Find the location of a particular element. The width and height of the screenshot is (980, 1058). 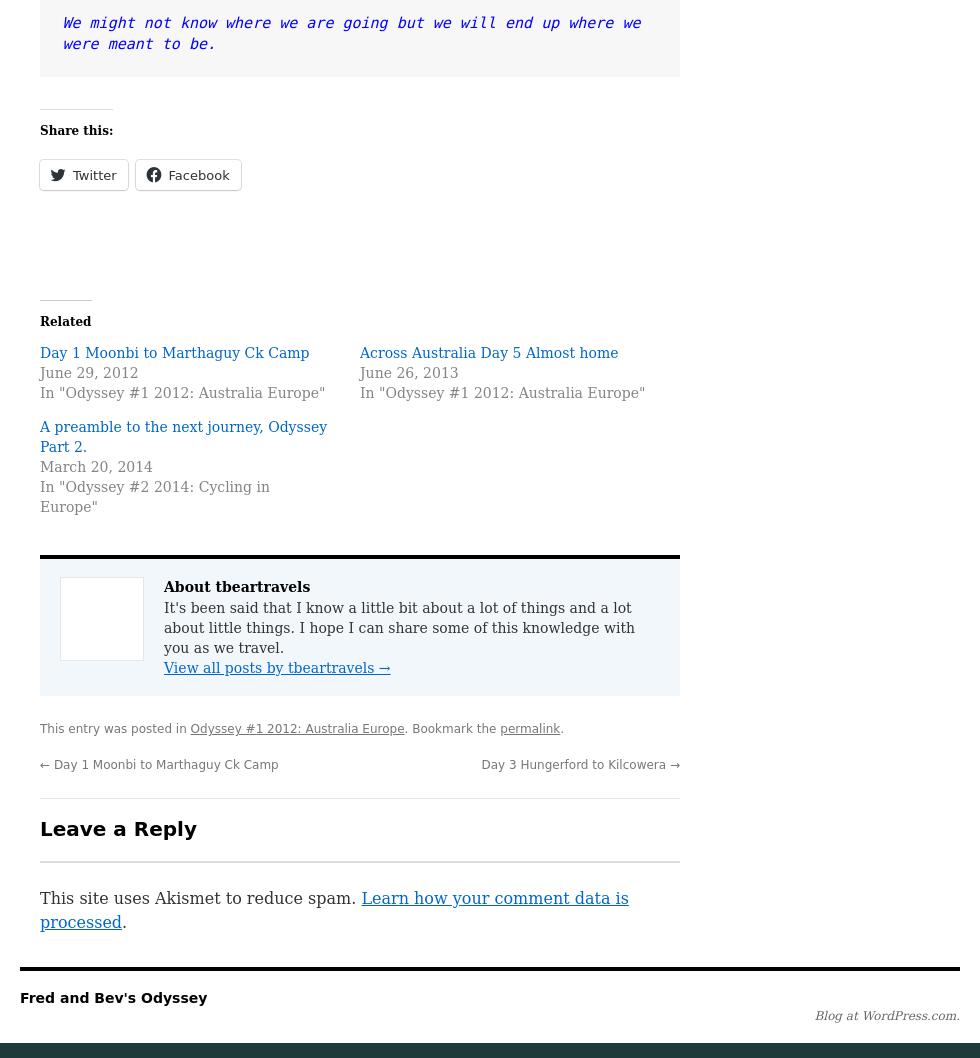

'Related' is located at coordinates (39, 320).